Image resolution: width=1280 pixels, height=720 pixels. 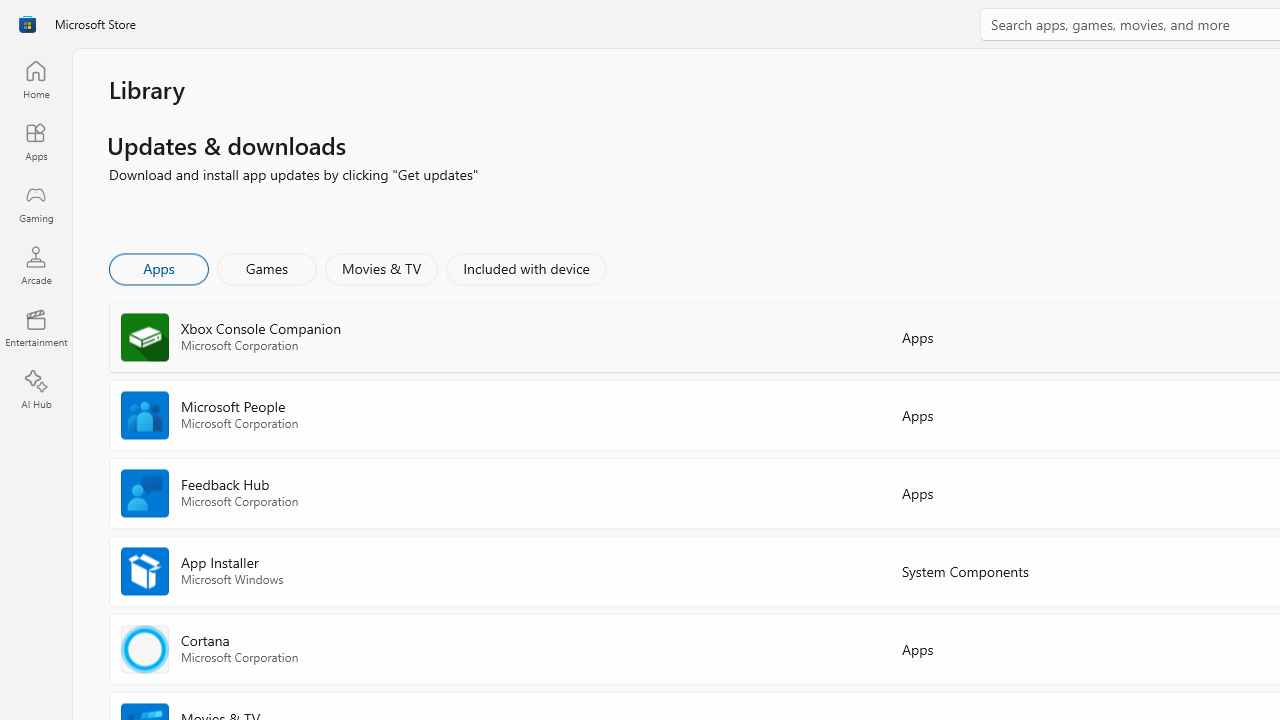 What do you see at coordinates (35, 264) in the screenshot?
I see `'Arcade'` at bounding box center [35, 264].